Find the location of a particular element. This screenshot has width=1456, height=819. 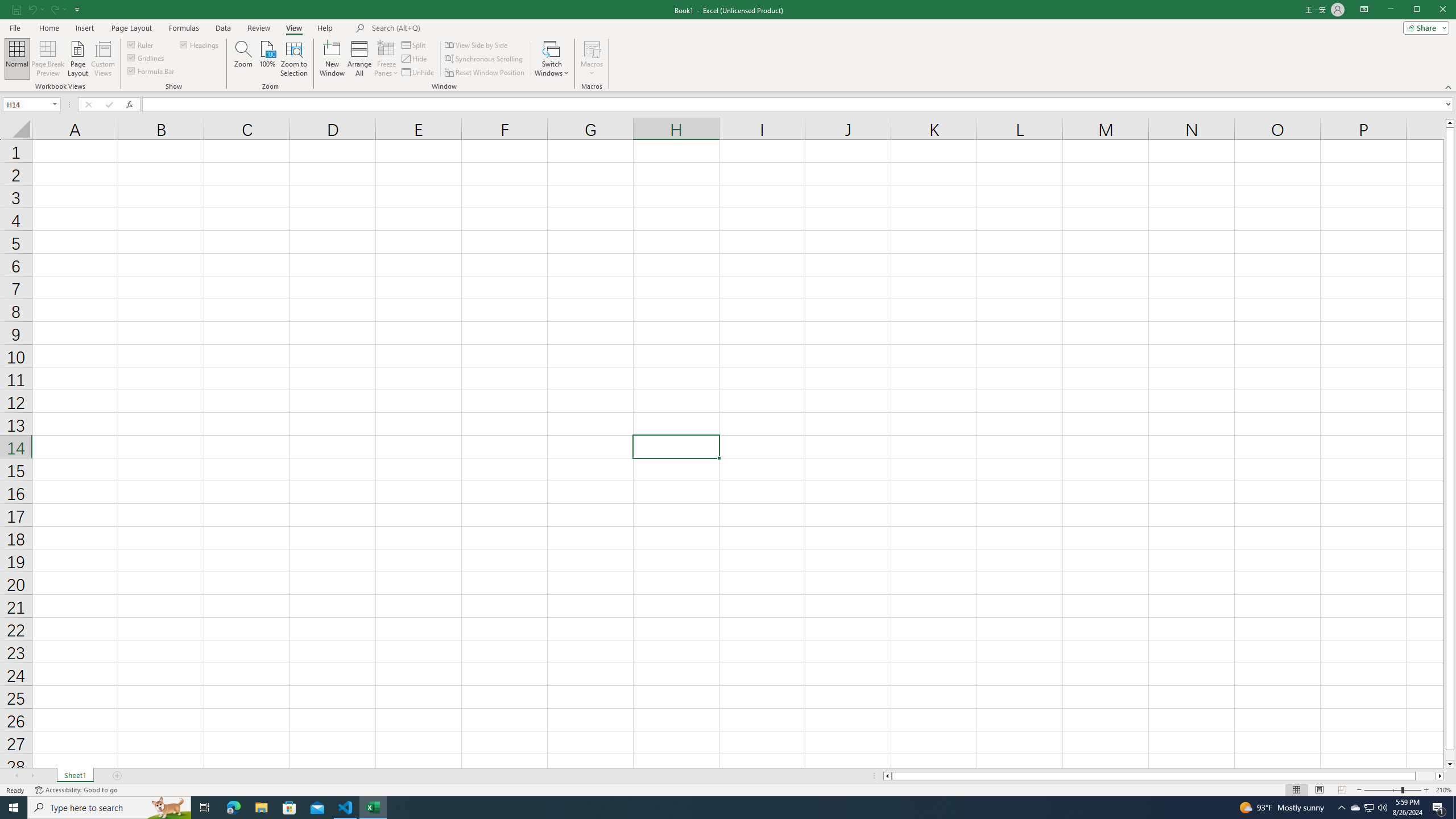

'Gridlines' is located at coordinates (146, 56).